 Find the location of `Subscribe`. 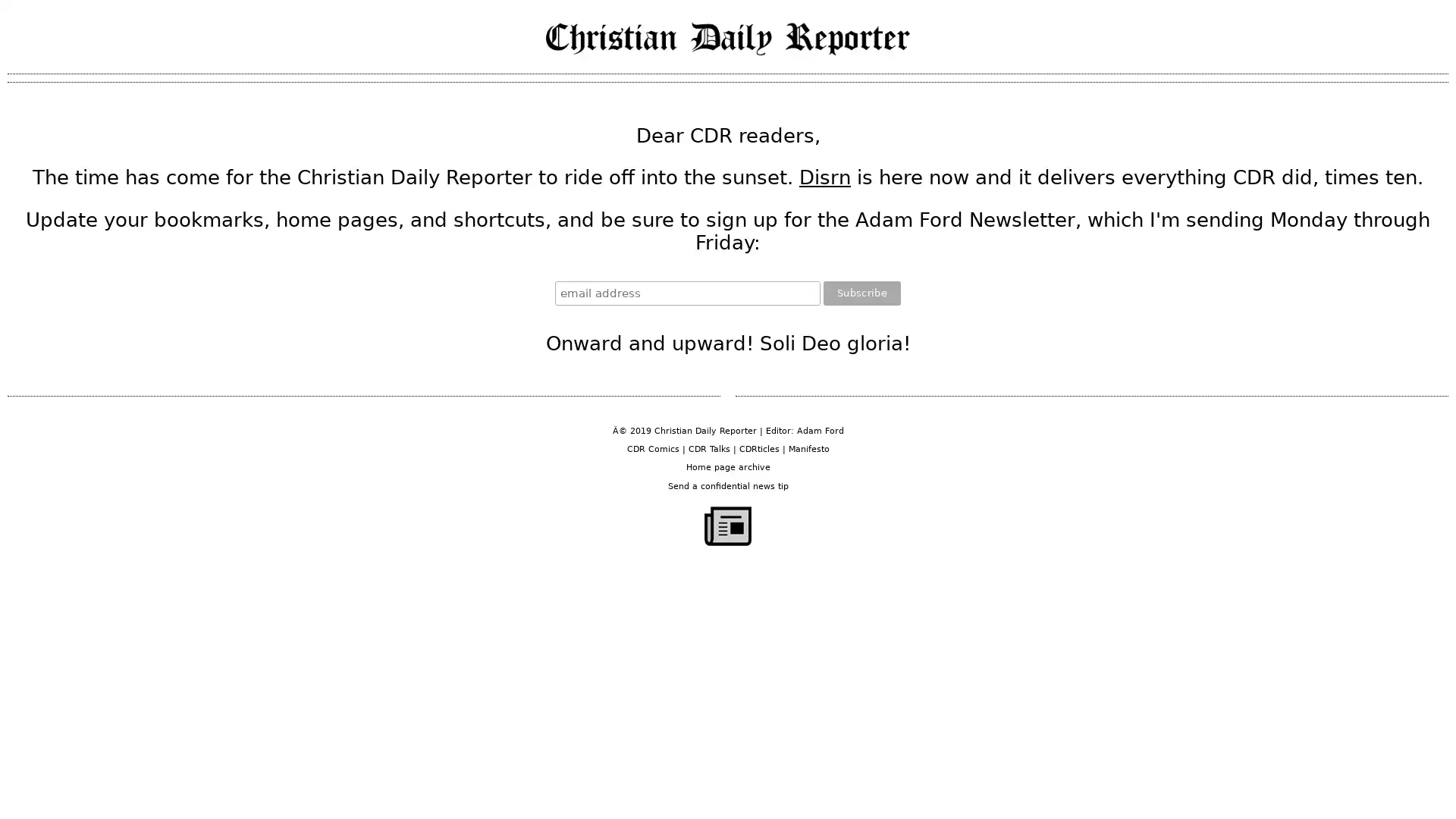

Subscribe is located at coordinates (861, 292).